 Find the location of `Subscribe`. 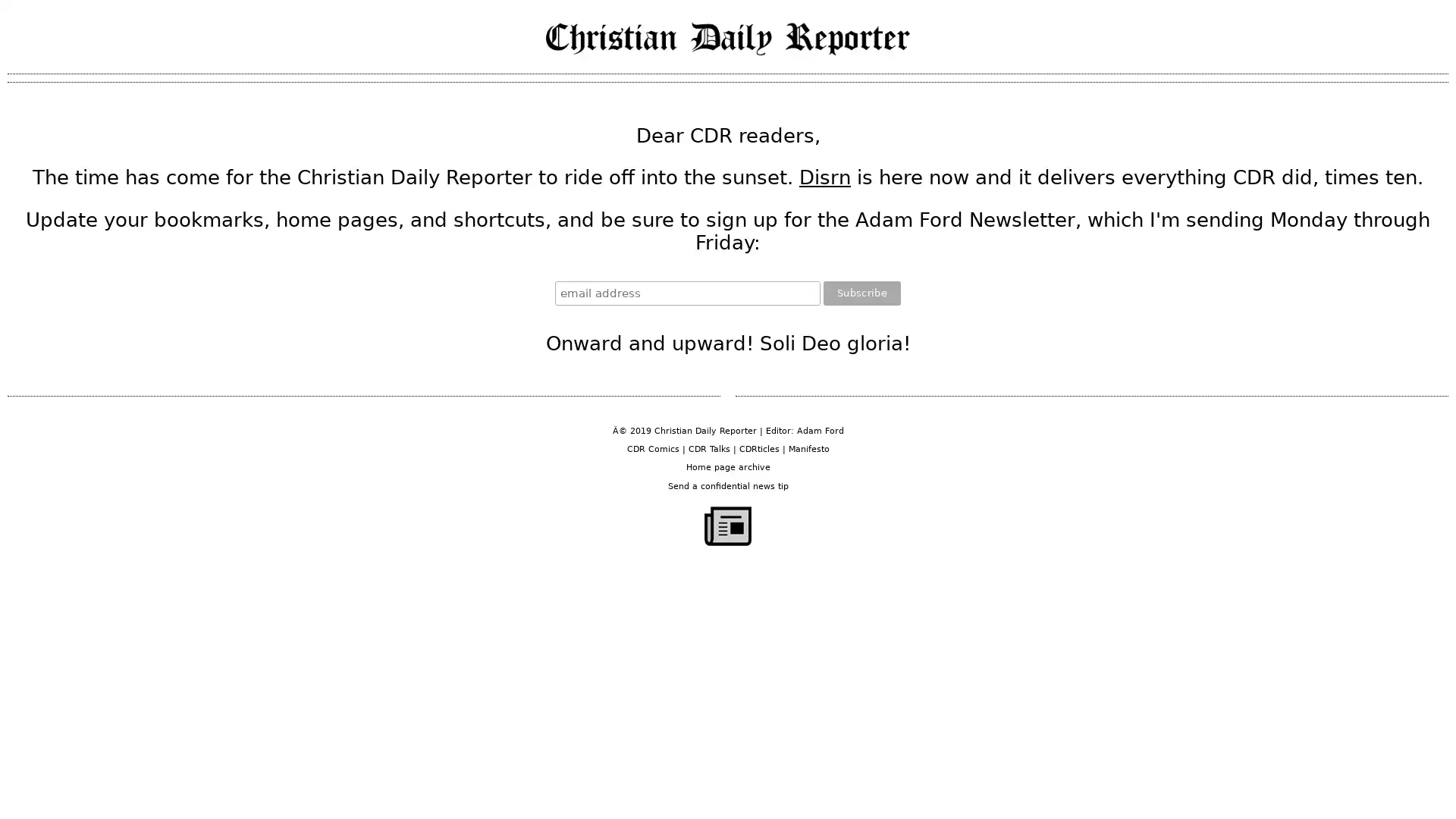

Subscribe is located at coordinates (861, 292).